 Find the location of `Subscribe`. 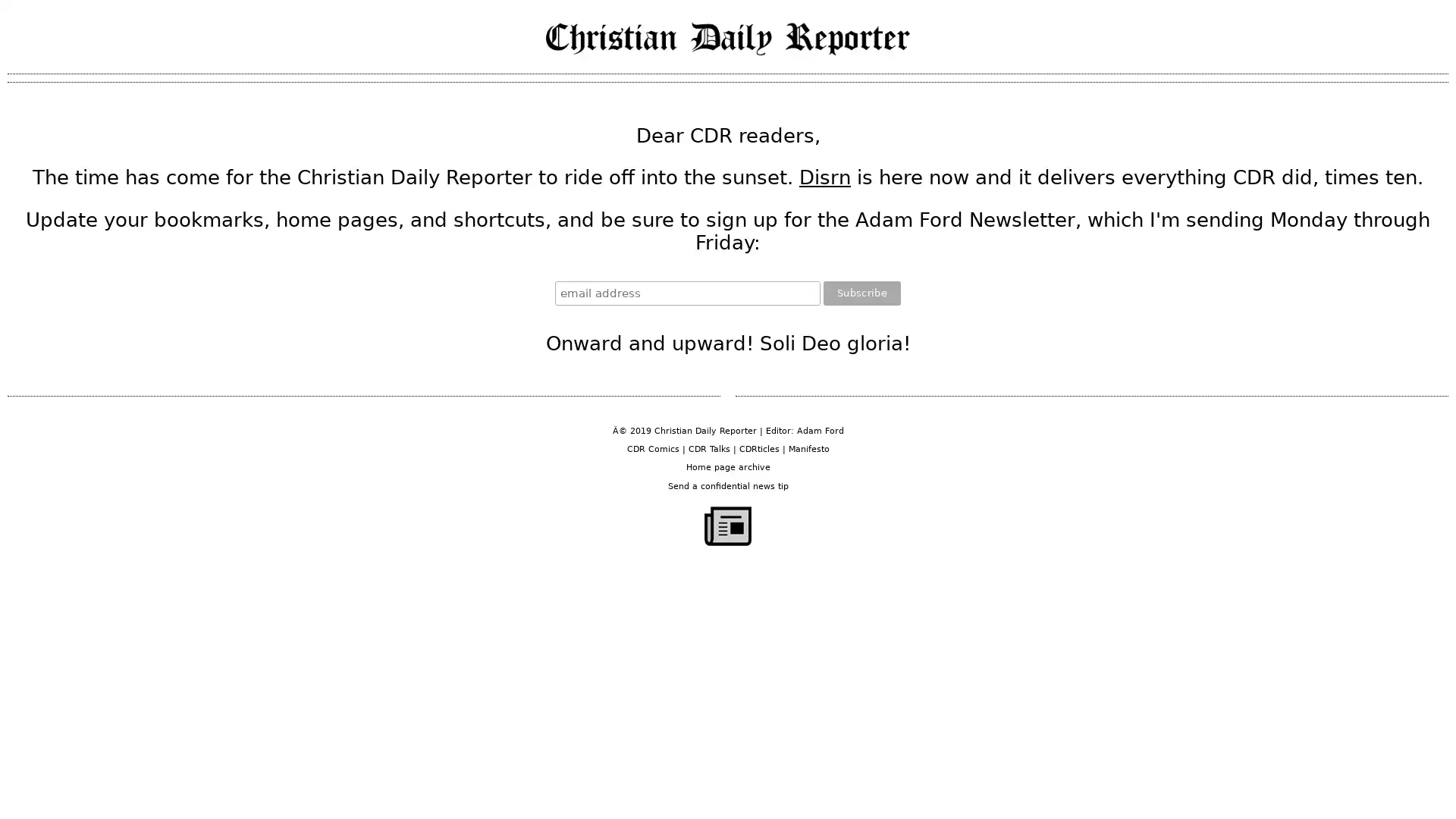

Subscribe is located at coordinates (861, 292).